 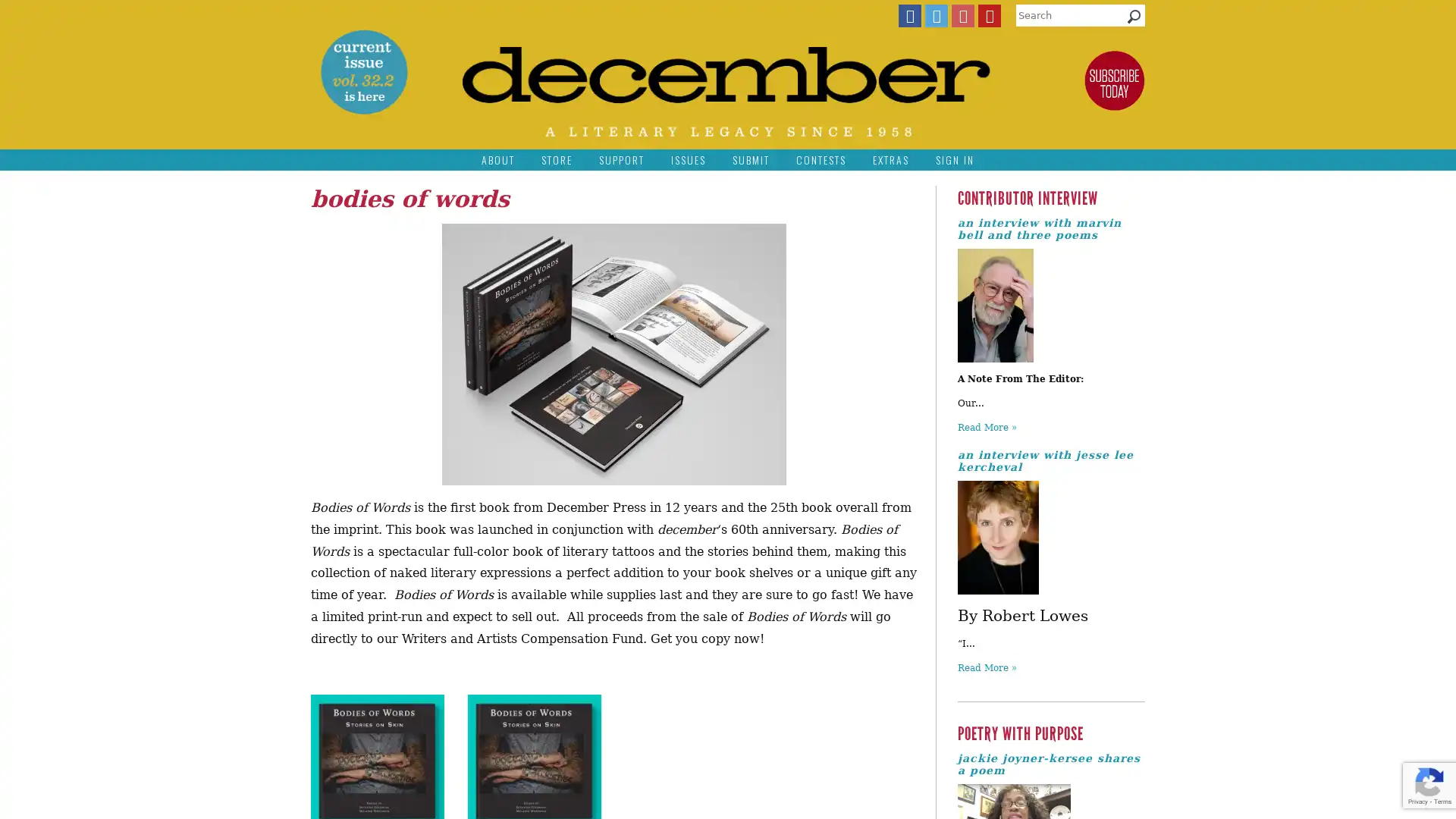 I want to click on Search, so click(x=1134, y=20).